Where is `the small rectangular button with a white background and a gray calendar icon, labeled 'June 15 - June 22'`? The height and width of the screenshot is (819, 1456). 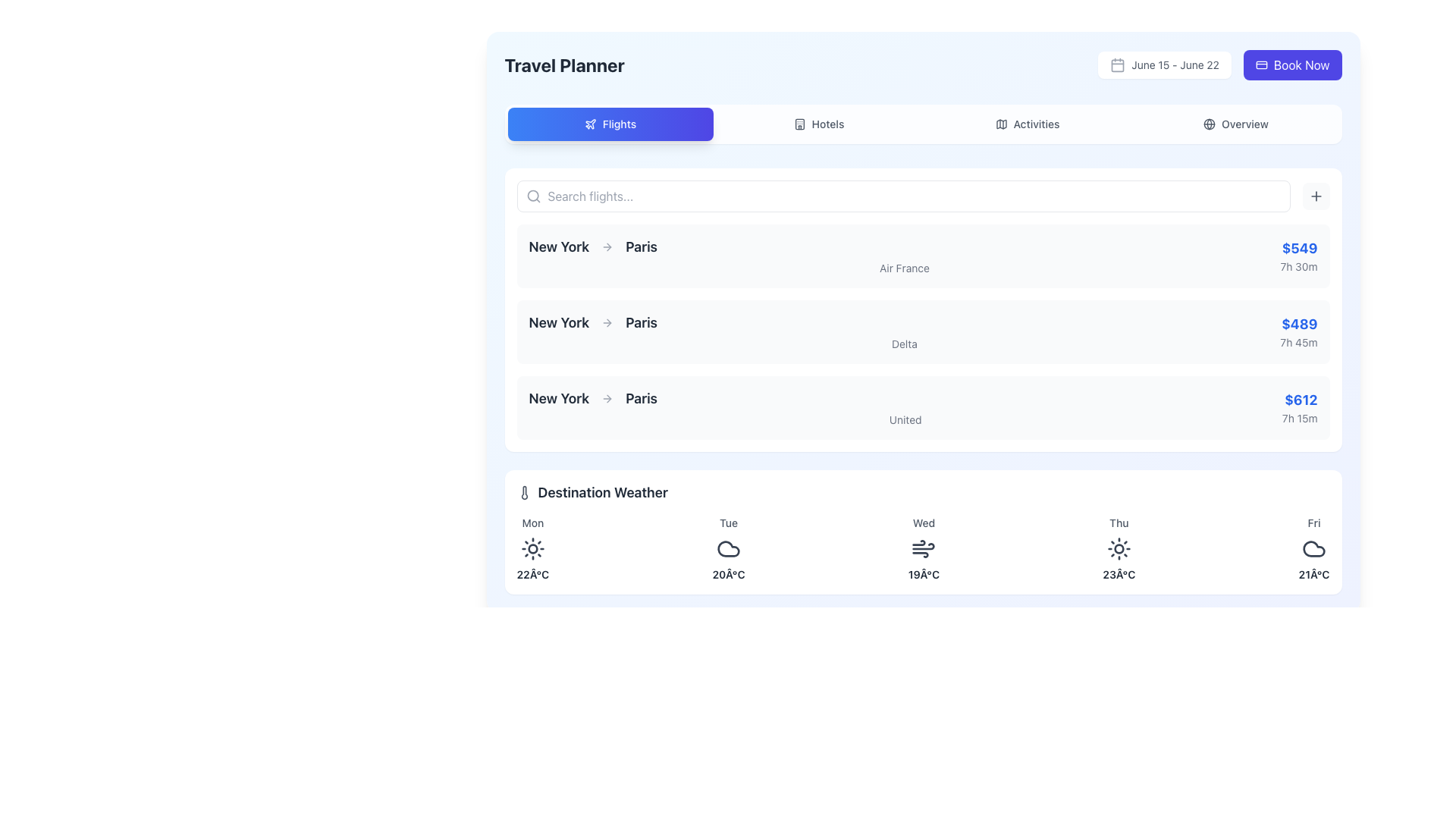 the small rectangular button with a white background and a gray calendar icon, labeled 'June 15 - June 22' is located at coordinates (1164, 64).